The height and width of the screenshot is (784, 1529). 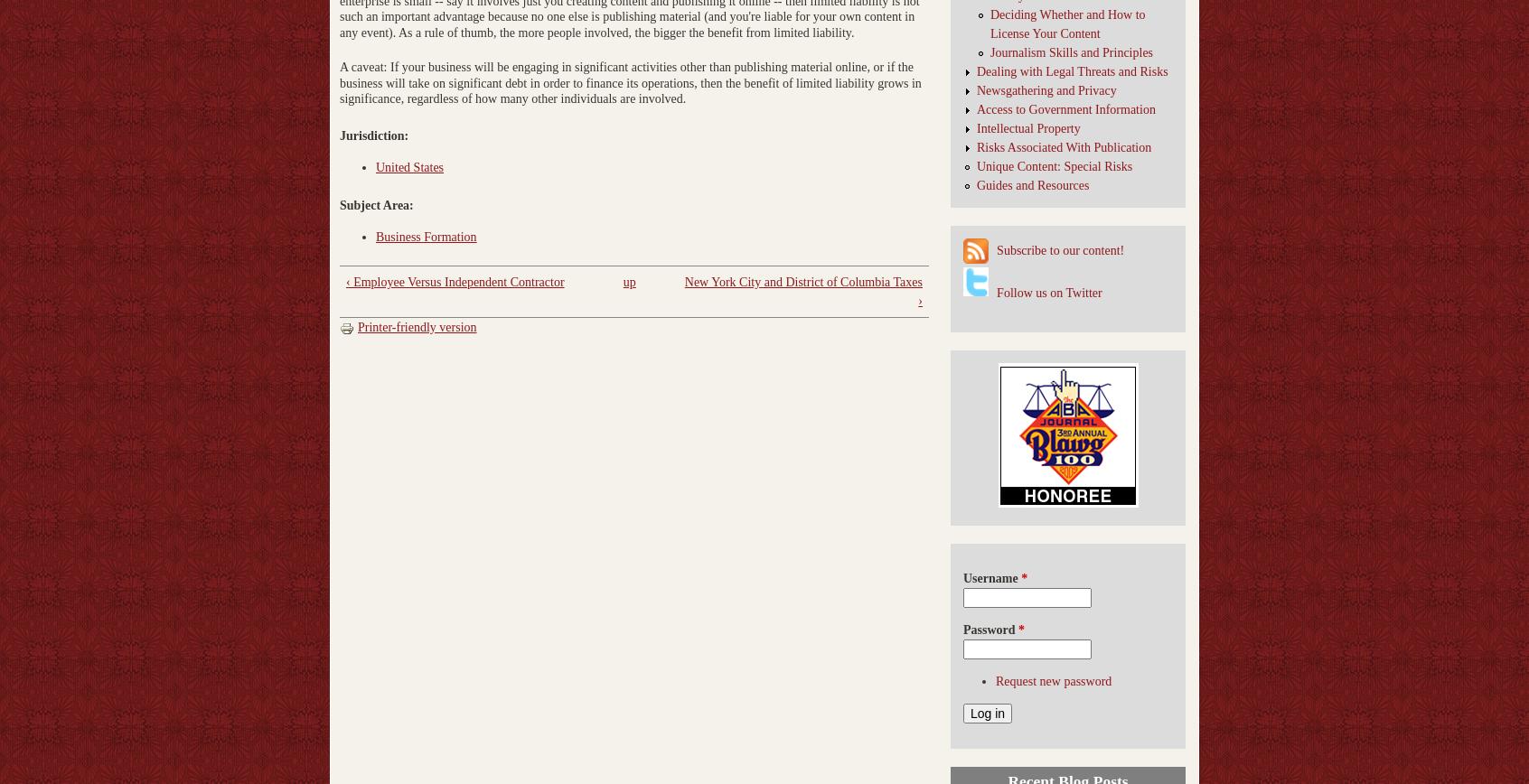 What do you see at coordinates (1070, 51) in the screenshot?
I see `'Journalism Skills and Principles'` at bounding box center [1070, 51].